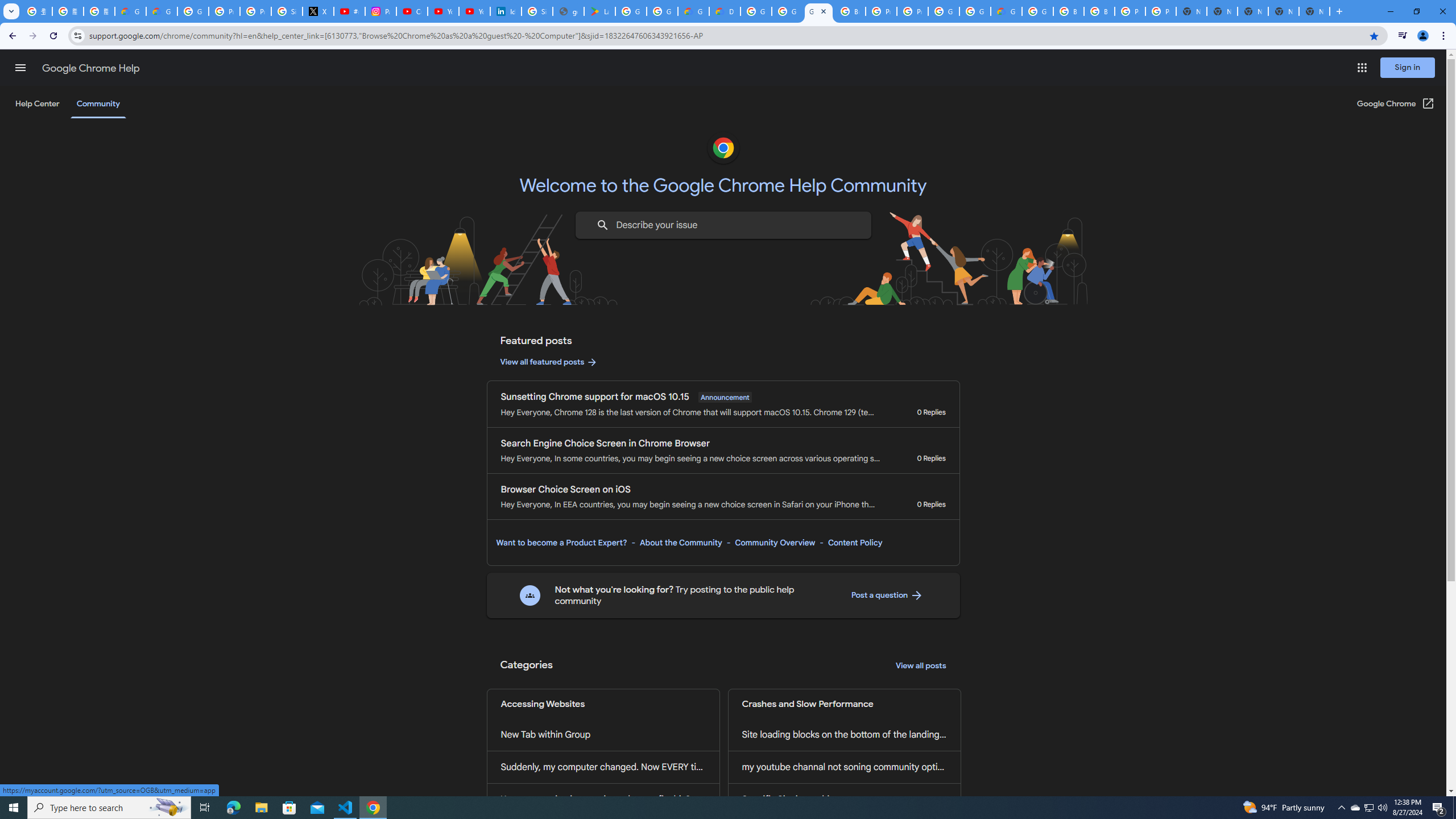 The height and width of the screenshot is (819, 1456). I want to click on 'Last Shelter: Survival - Apps on Google Play', so click(599, 11).